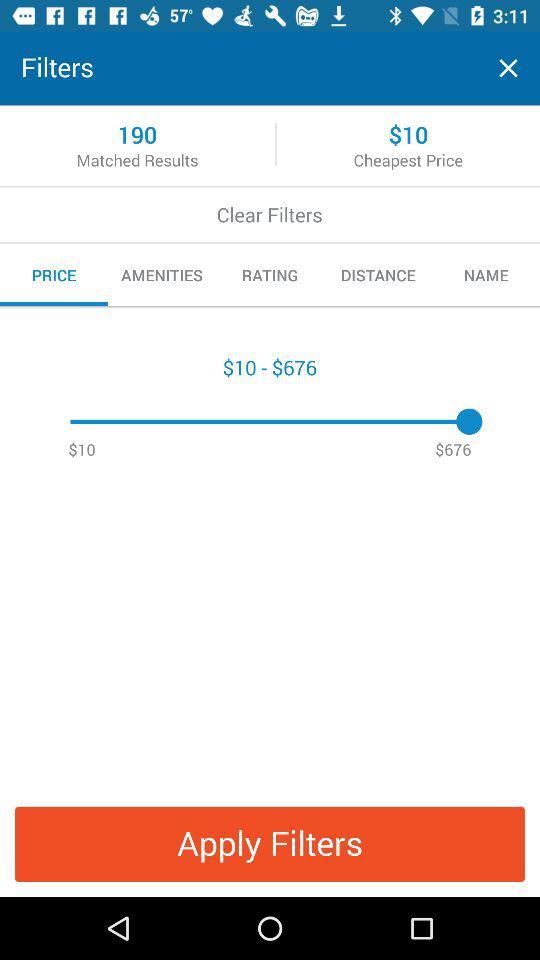  What do you see at coordinates (508, 68) in the screenshot?
I see `item to the right of the filters` at bounding box center [508, 68].